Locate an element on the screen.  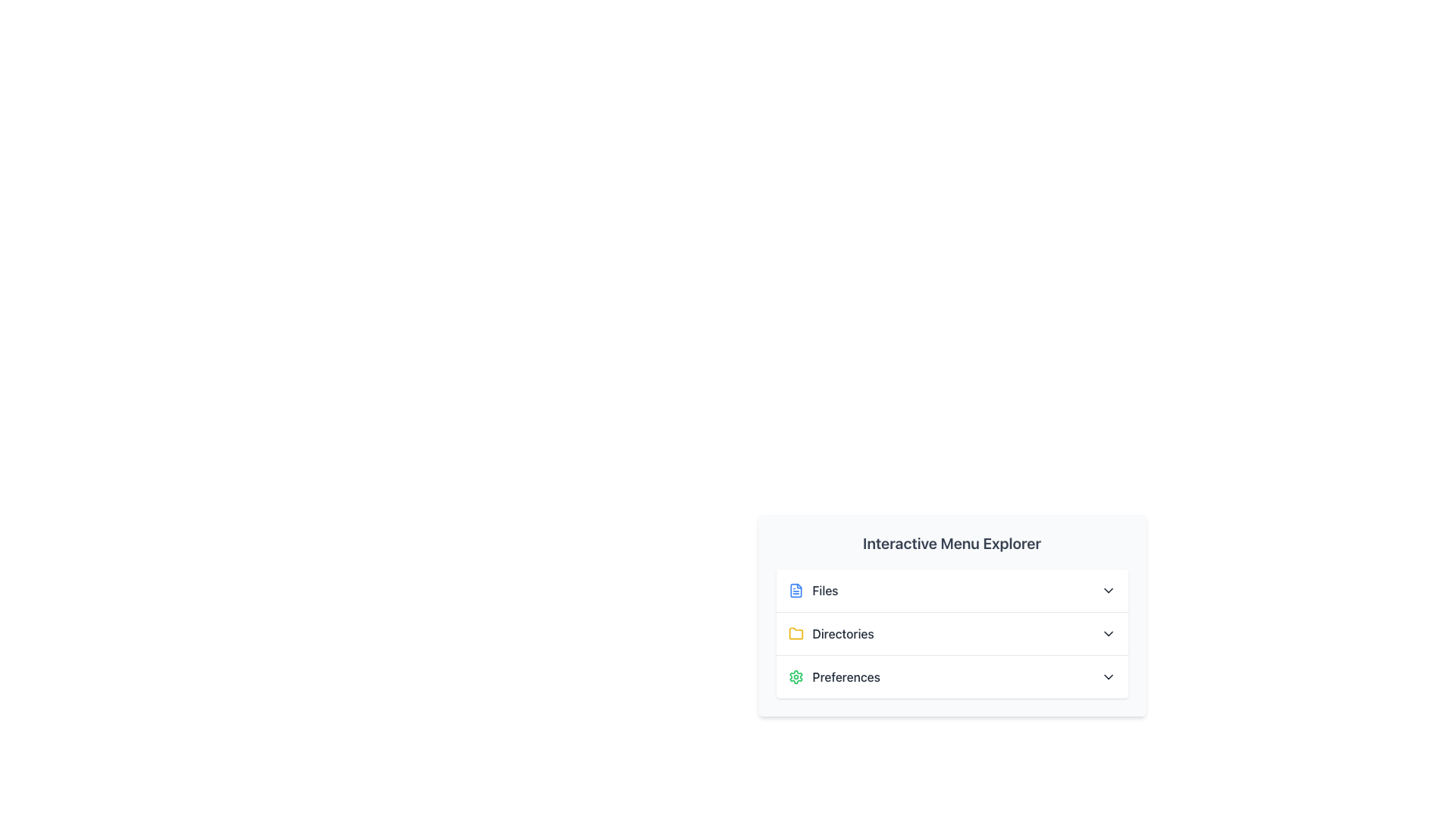
the menu item located in the third row of the menu panel, directly below the 'Directories' entry is located at coordinates (833, 676).